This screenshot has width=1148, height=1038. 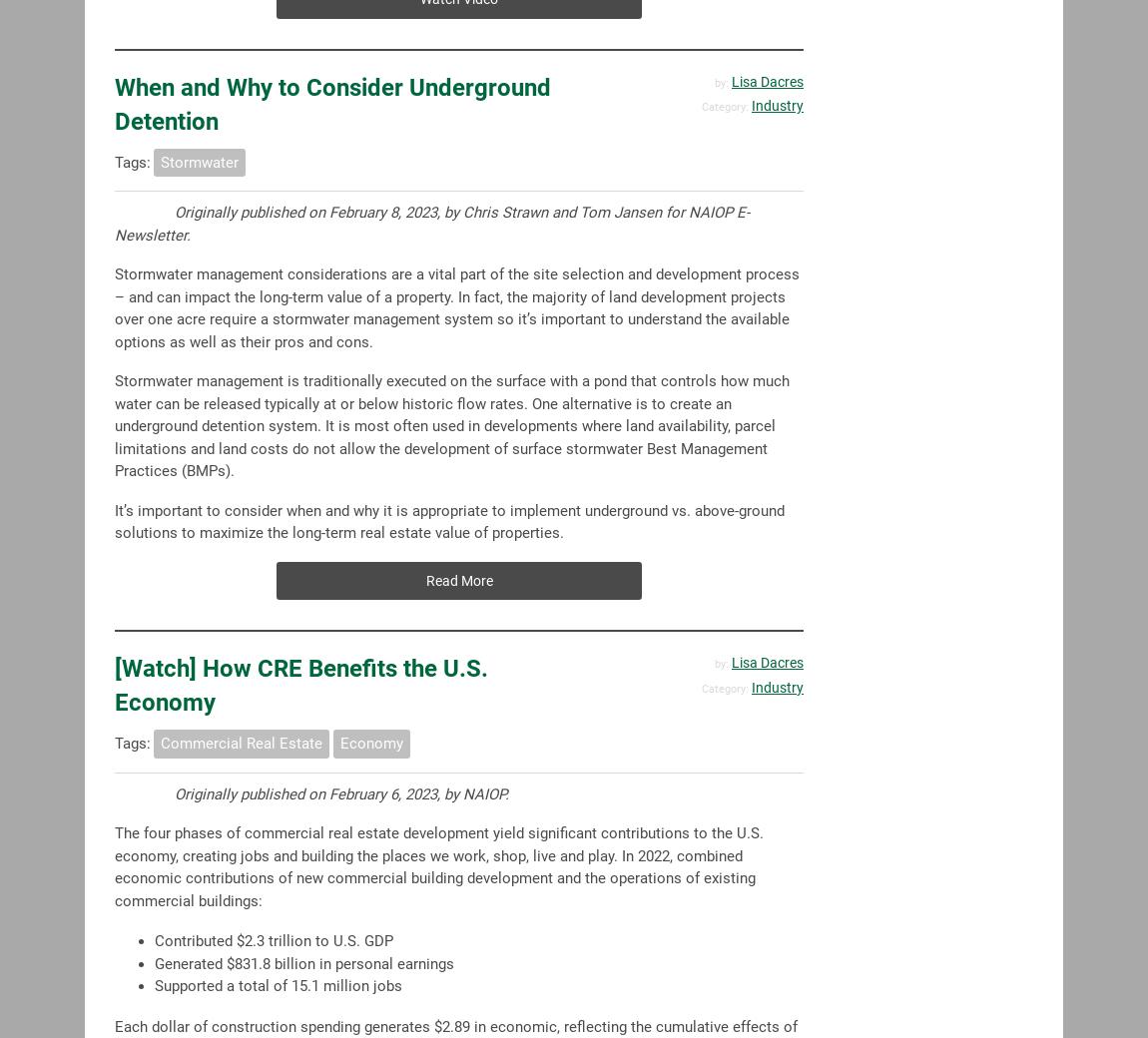 What do you see at coordinates (458, 579) in the screenshot?
I see `'Read More'` at bounding box center [458, 579].